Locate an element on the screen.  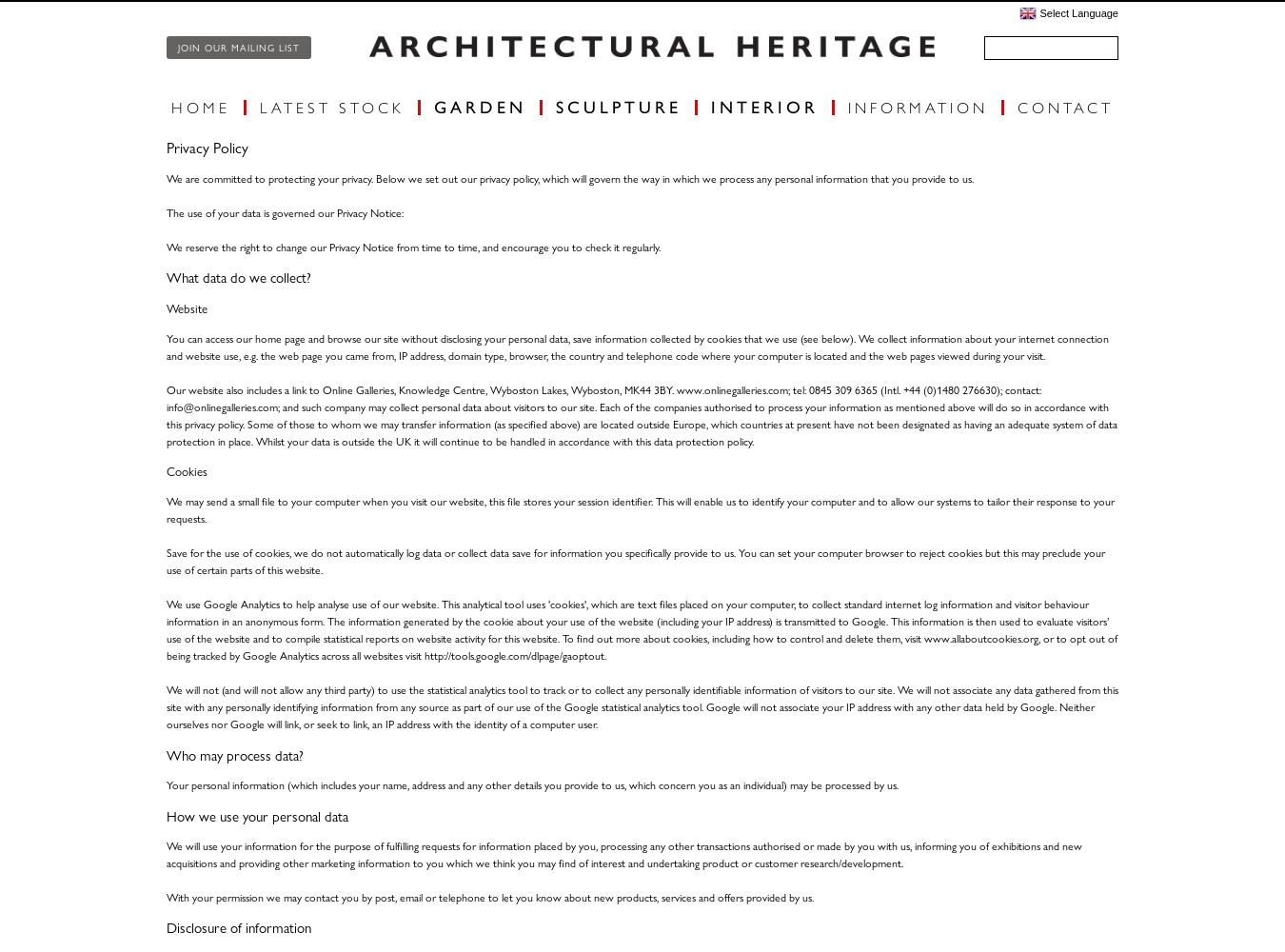
'We will not (and will not allow any third party) to use the statistical analytics tool to track
or to collect any personally identifiable information of visitors to our site. We will not
associate any data gathered from this site with any personally identifying information from any
source as part of our use of the Google statistical analytics tool. Google will not associate
your IP address with any other data held by Google. Neither ourselves nor Google will link, or
seek to link, an IP address with the identity of a computer user.' is located at coordinates (642, 705).